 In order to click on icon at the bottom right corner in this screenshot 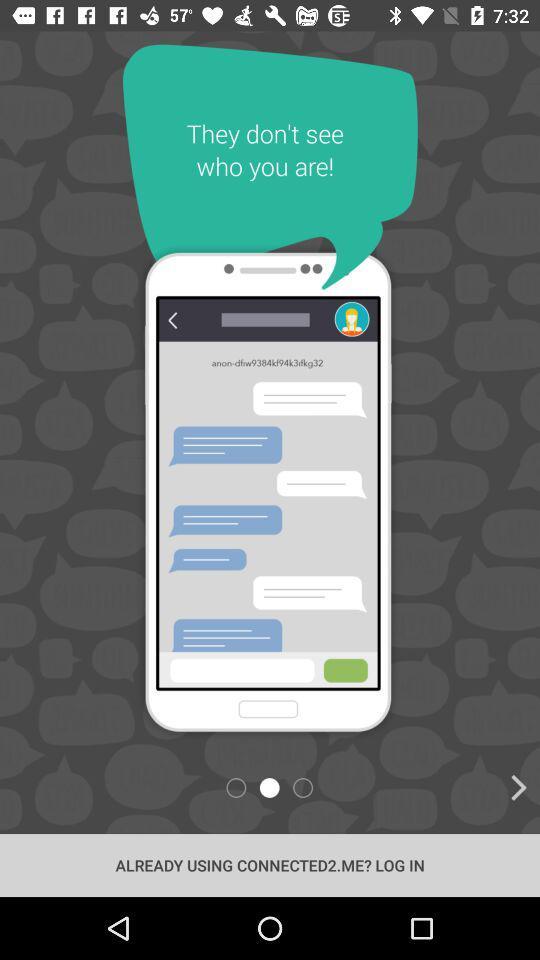, I will do `click(422, 787)`.